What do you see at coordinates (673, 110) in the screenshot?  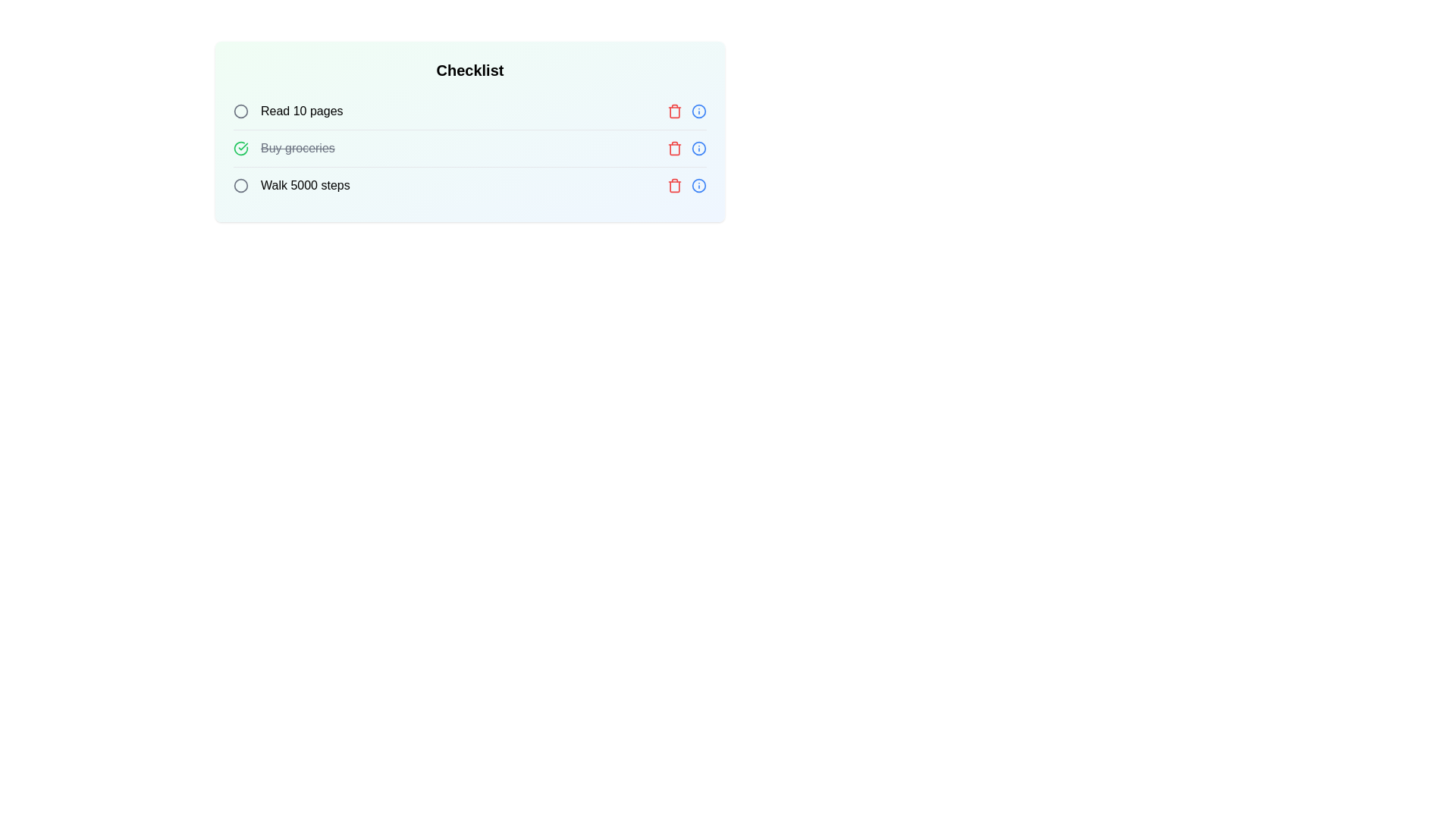 I see `remove button for the checklist item labeled 'Read 10 pages'` at bounding box center [673, 110].